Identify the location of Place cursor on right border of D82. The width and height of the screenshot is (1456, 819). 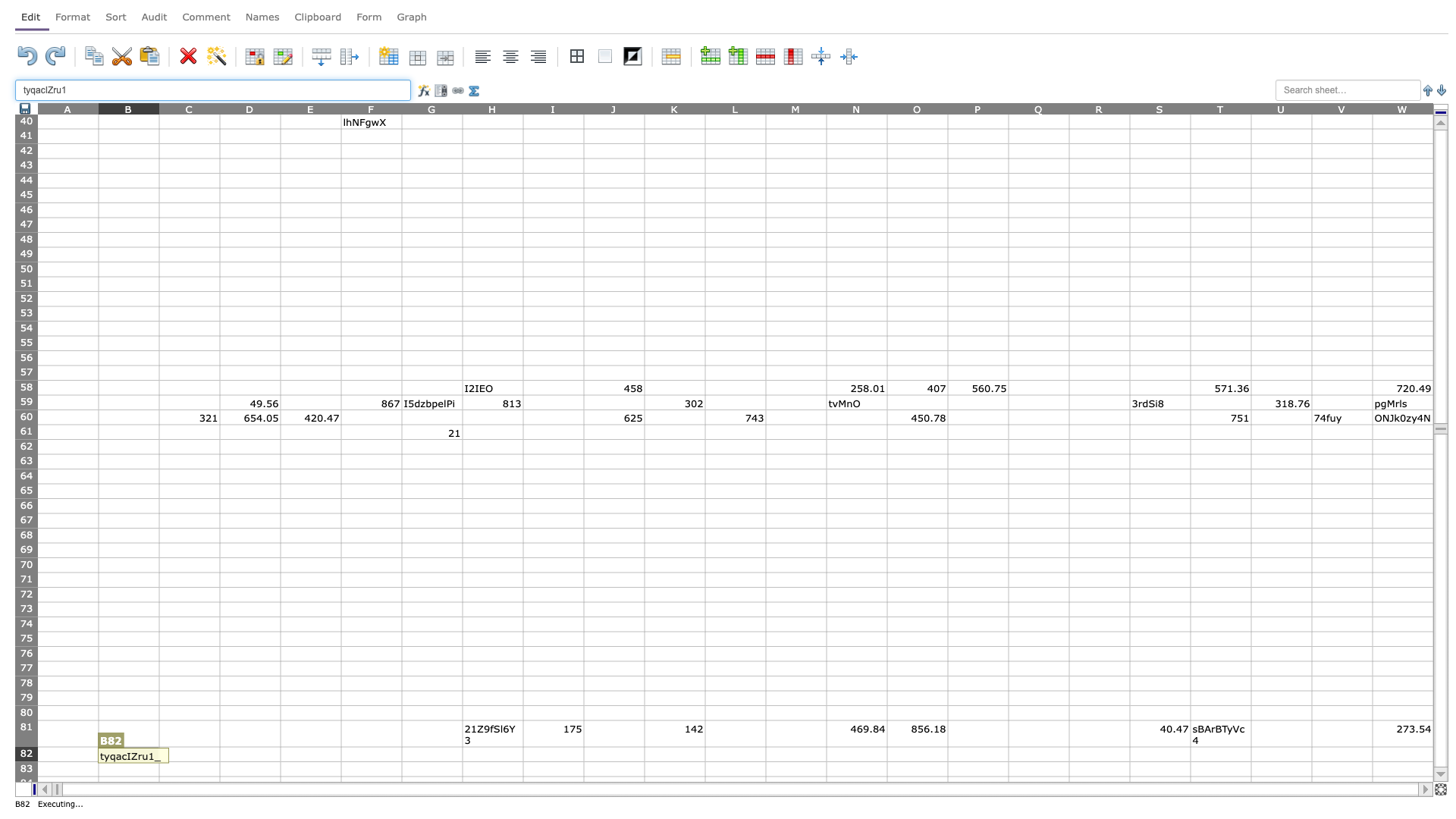
(280, 754).